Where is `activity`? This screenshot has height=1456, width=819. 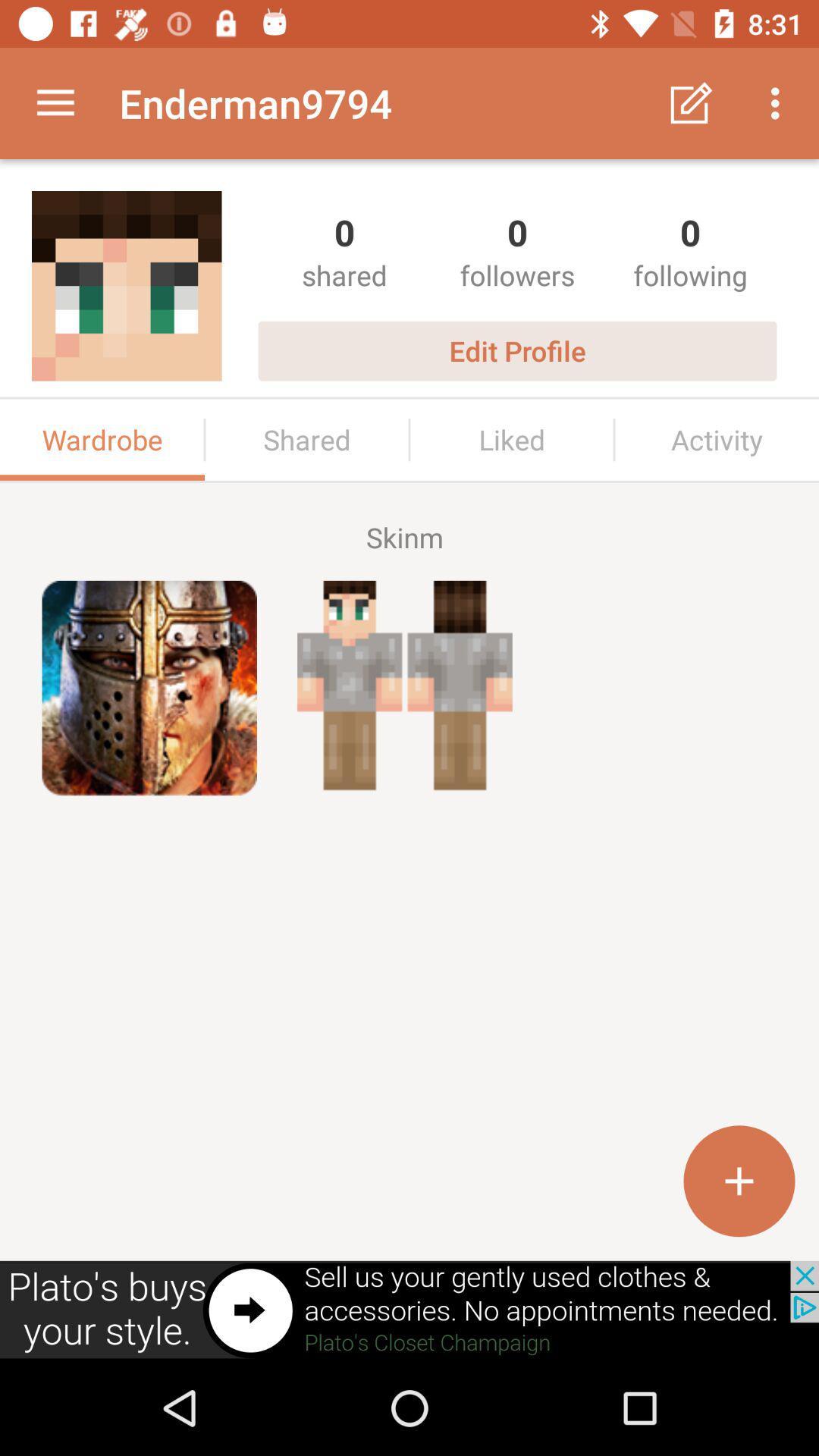 activity is located at coordinates (717, 439).